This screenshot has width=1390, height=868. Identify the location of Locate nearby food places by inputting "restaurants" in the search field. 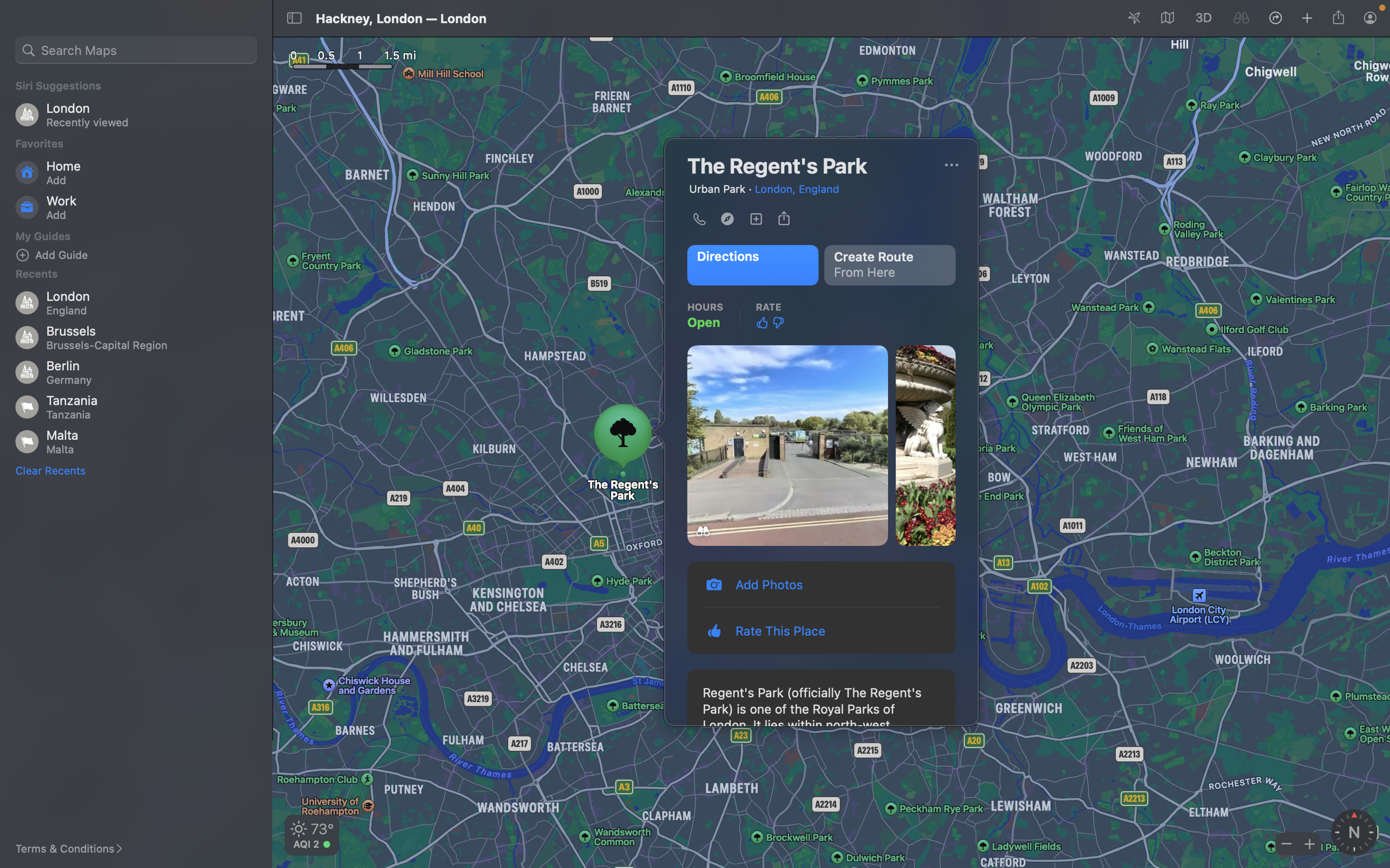
(134, 48).